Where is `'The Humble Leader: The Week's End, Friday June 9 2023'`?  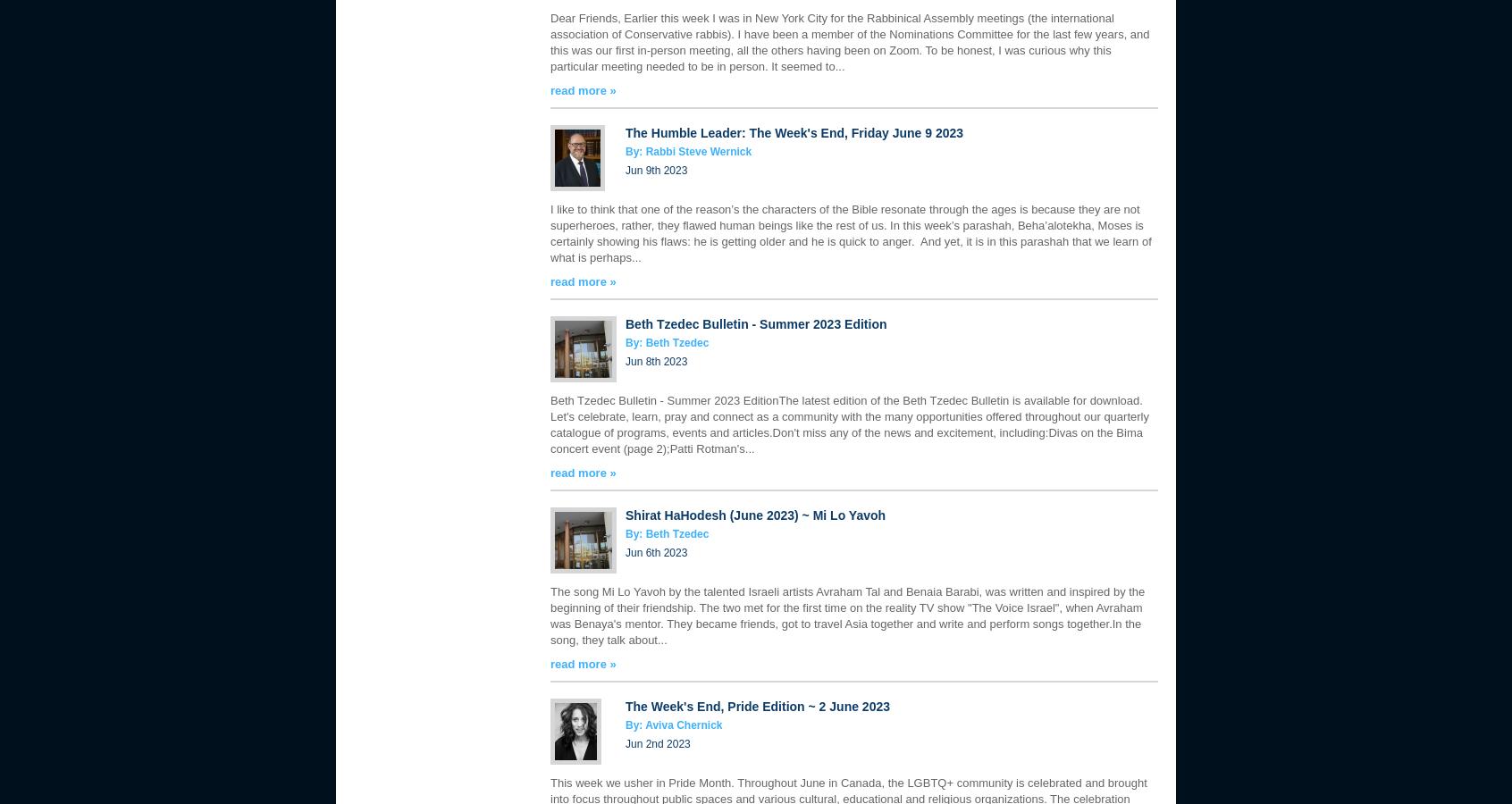 'The Humble Leader: The Week's End, Friday June 9 2023' is located at coordinates (793, 133).